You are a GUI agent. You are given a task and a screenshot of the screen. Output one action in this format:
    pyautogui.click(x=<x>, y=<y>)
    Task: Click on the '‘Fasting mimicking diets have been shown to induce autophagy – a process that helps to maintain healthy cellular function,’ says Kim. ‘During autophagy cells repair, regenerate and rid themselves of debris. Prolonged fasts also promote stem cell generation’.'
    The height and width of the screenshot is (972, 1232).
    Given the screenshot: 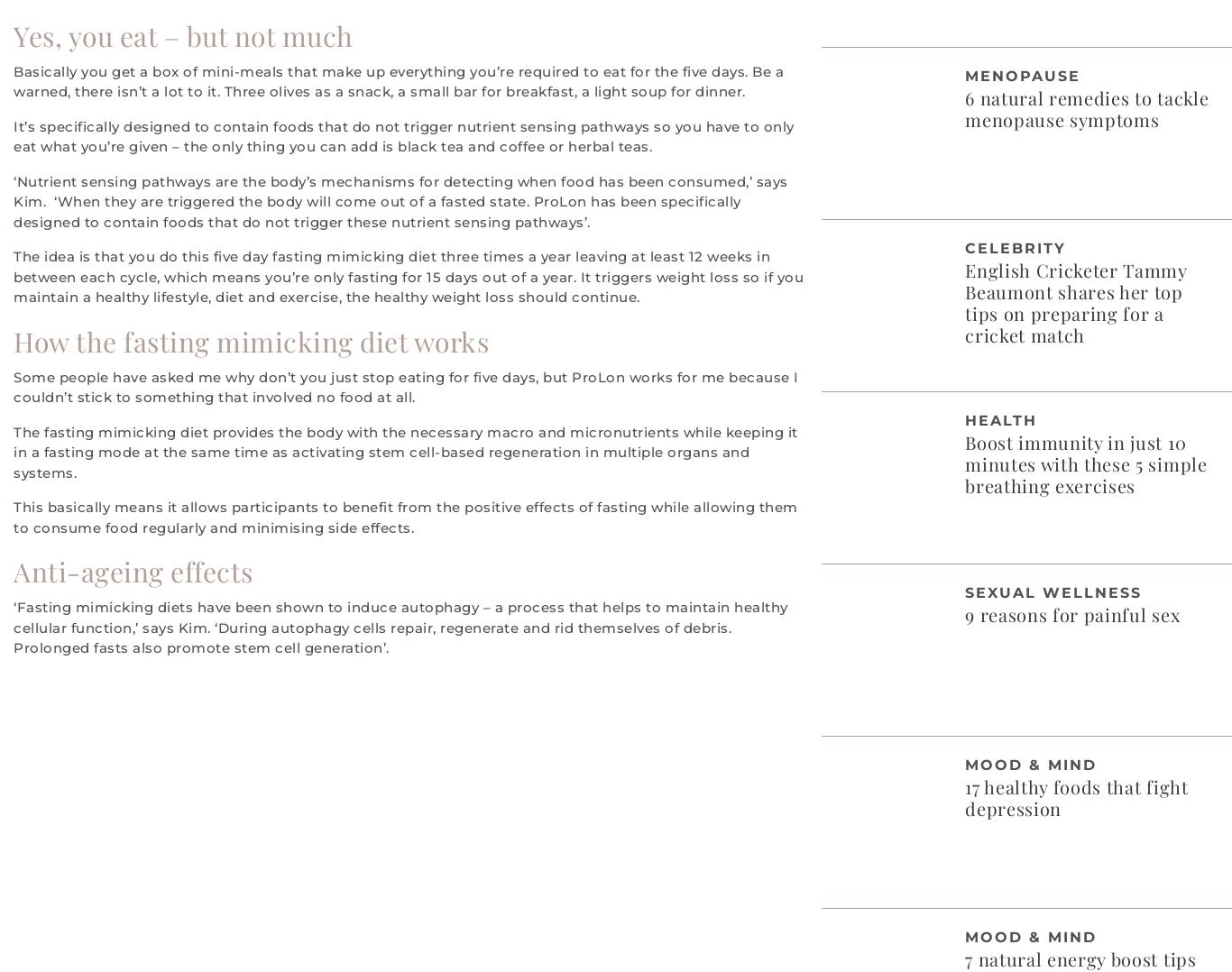 What is the action you would take?
    pyautogui.click(x=399, y=626)
    